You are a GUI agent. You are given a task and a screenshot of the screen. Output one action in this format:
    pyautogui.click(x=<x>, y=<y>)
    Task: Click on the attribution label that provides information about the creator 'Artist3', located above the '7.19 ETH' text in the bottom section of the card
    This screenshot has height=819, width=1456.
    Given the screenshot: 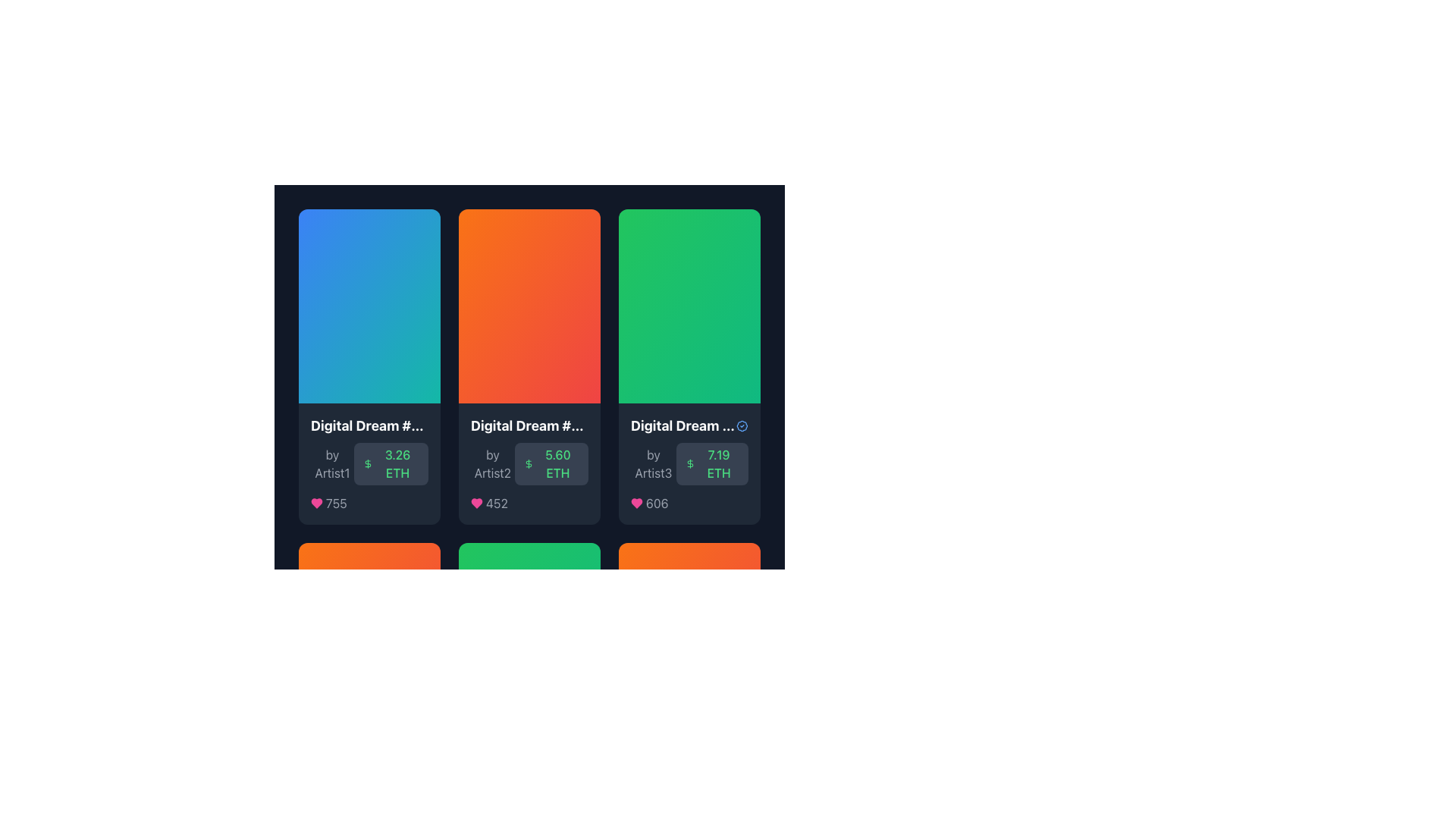 What is the action you would take?
    pyautogui.click(x=653, y=463)
    